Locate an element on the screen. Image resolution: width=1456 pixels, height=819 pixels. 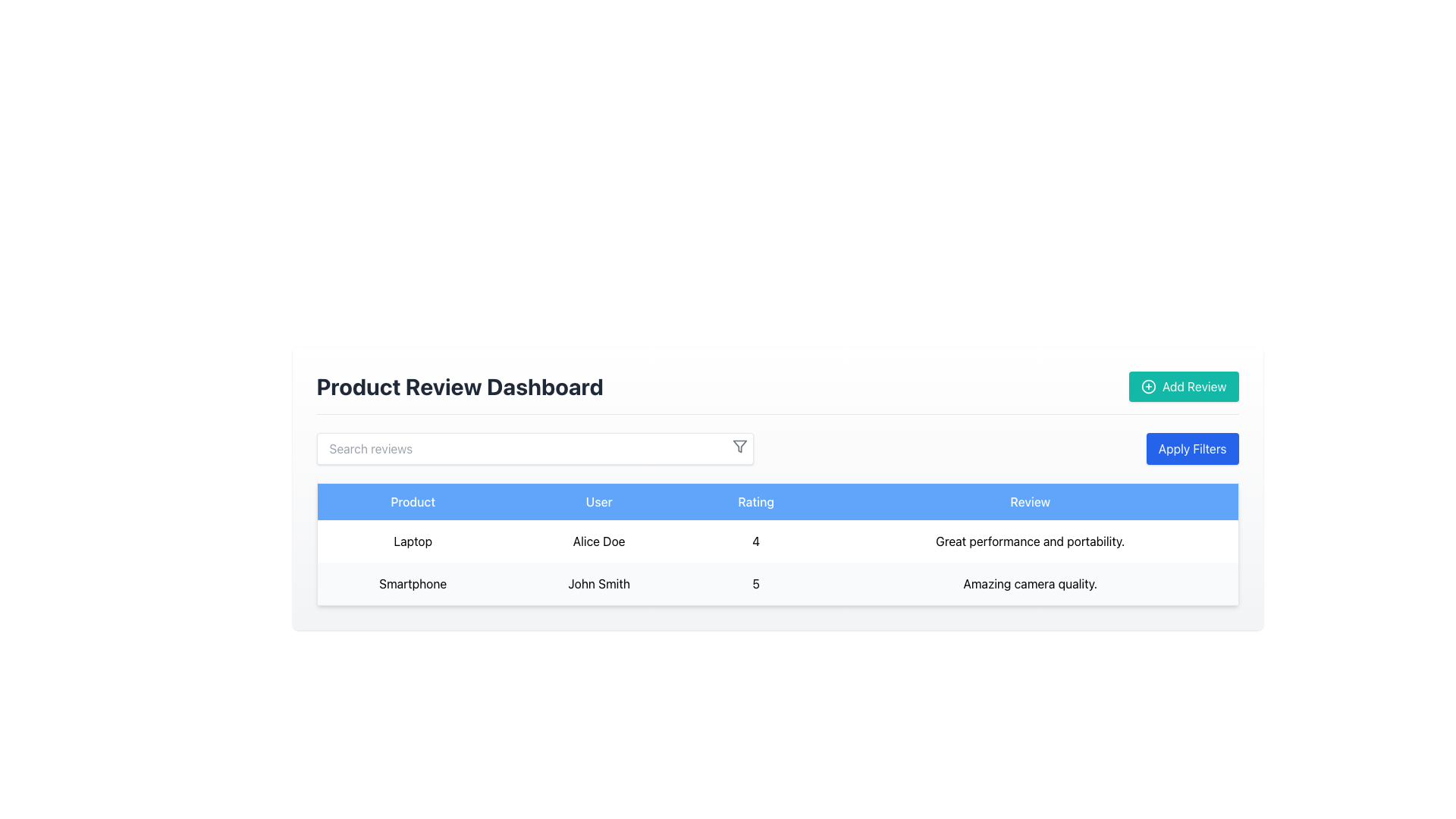
the second row of the review table is located at coordinates (777, 583).